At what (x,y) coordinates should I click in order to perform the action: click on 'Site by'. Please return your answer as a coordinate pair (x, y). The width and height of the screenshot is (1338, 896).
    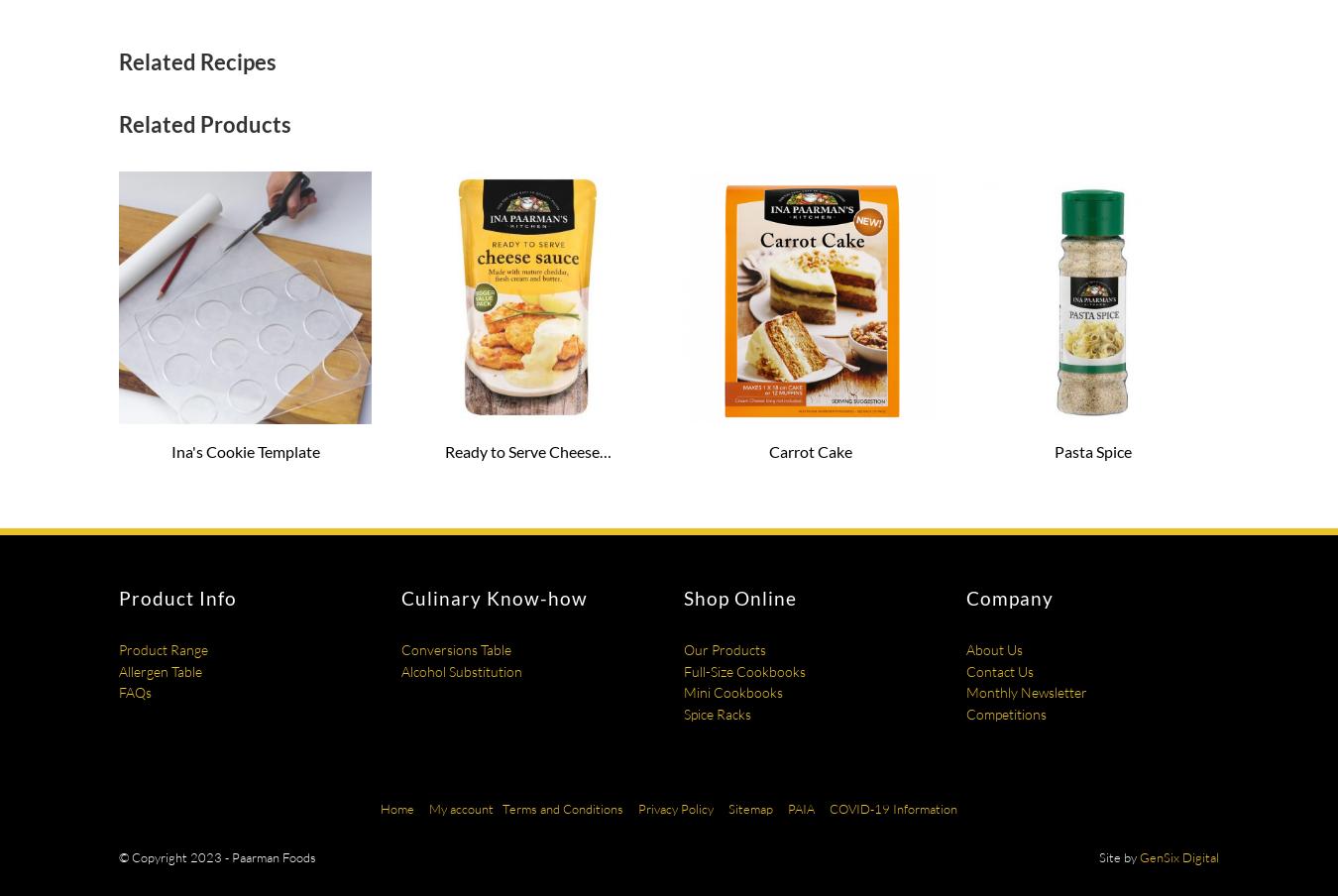
    Looking at the image, I should click on (1118, 856).